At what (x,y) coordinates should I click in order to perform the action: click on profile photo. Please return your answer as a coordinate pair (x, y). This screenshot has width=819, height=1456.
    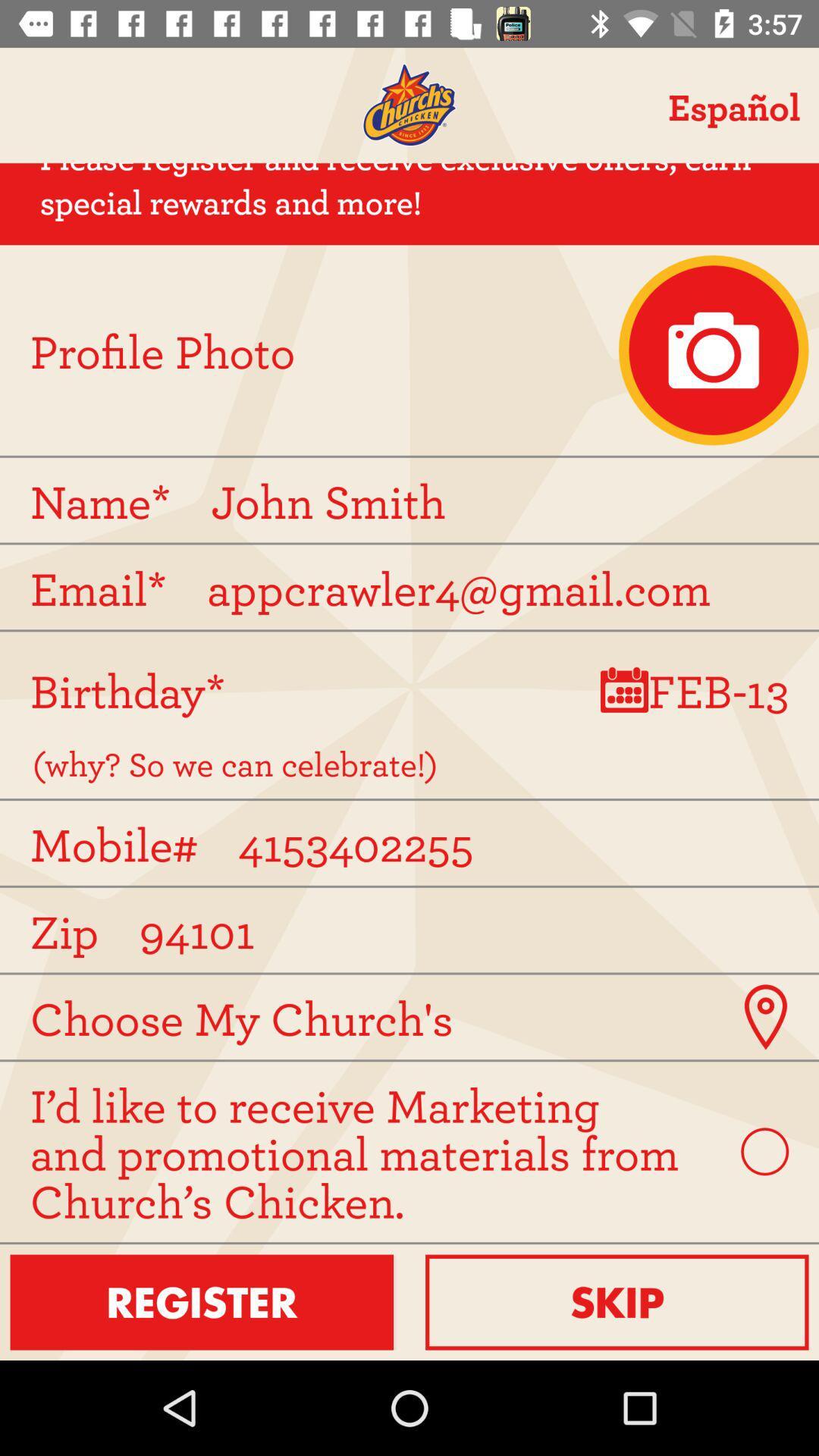
    Looking at the image, I should click on (714, 349).